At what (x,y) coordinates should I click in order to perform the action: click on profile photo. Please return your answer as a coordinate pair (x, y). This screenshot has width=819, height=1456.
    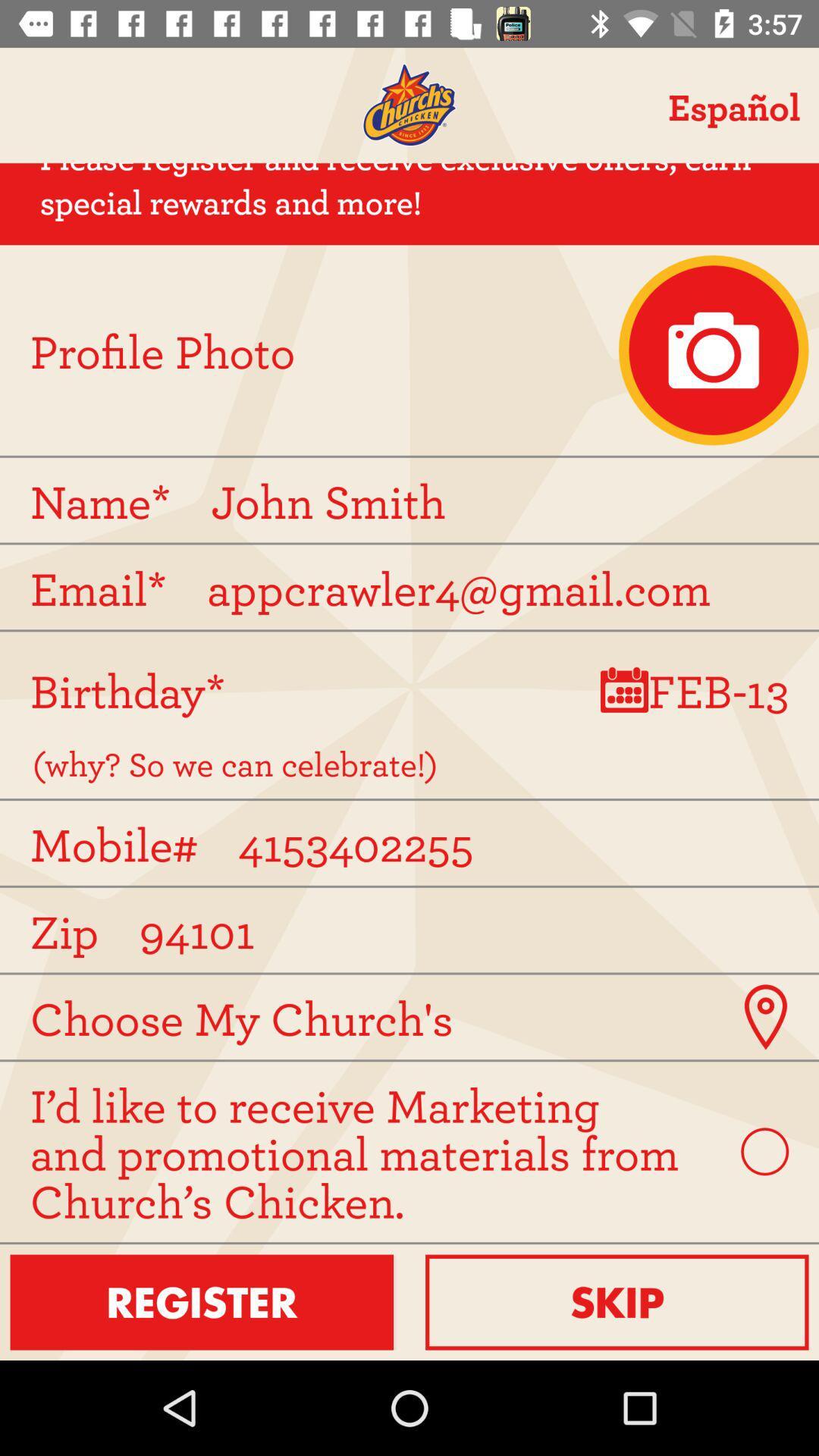
    Looking at the image, I should click on (714, 349).